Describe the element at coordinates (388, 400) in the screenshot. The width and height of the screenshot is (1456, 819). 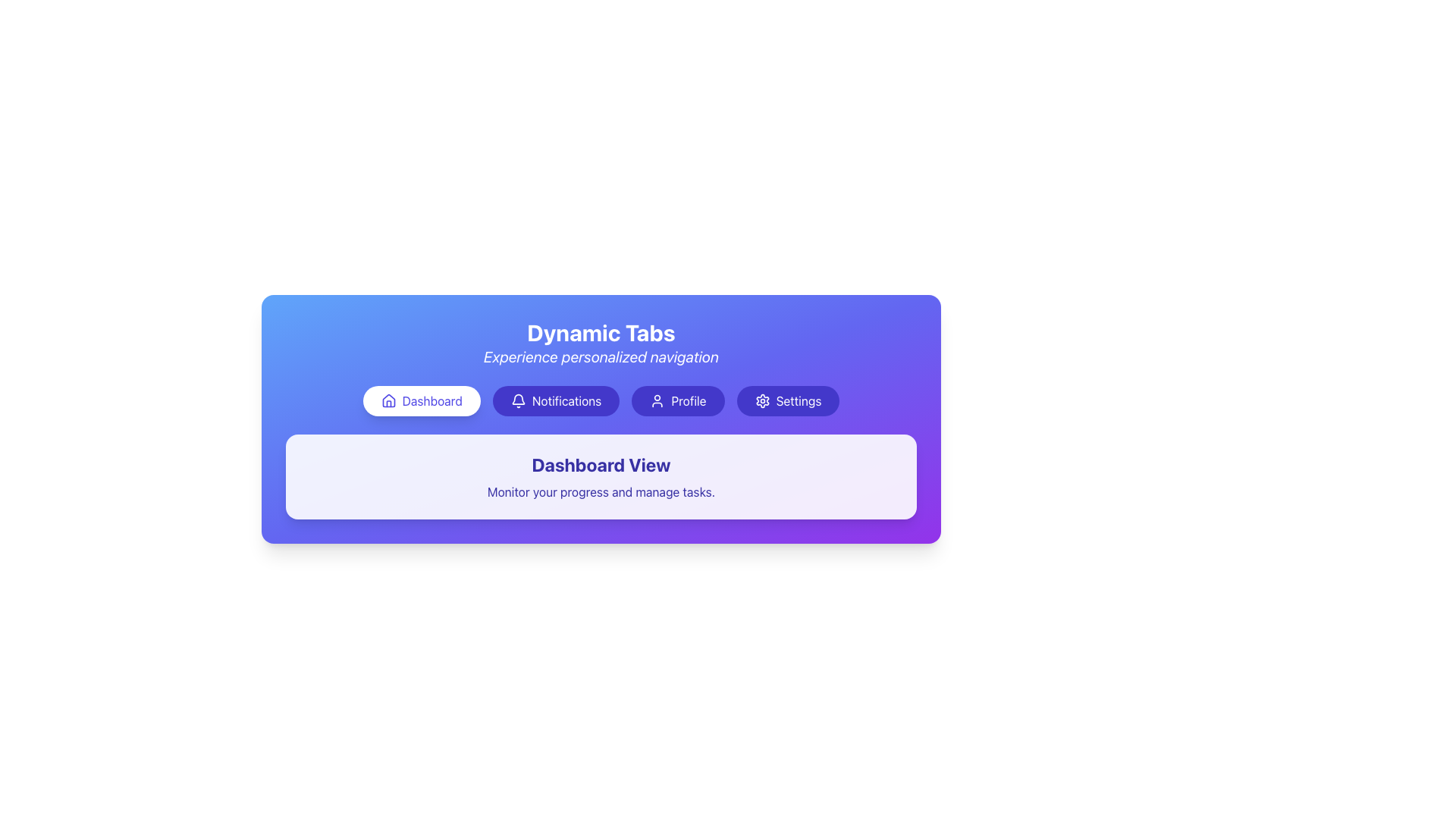
I see `the dashboard icon represented by a house-shaped symbol, which is the first button in the navigation at the top of the widget` at that location.